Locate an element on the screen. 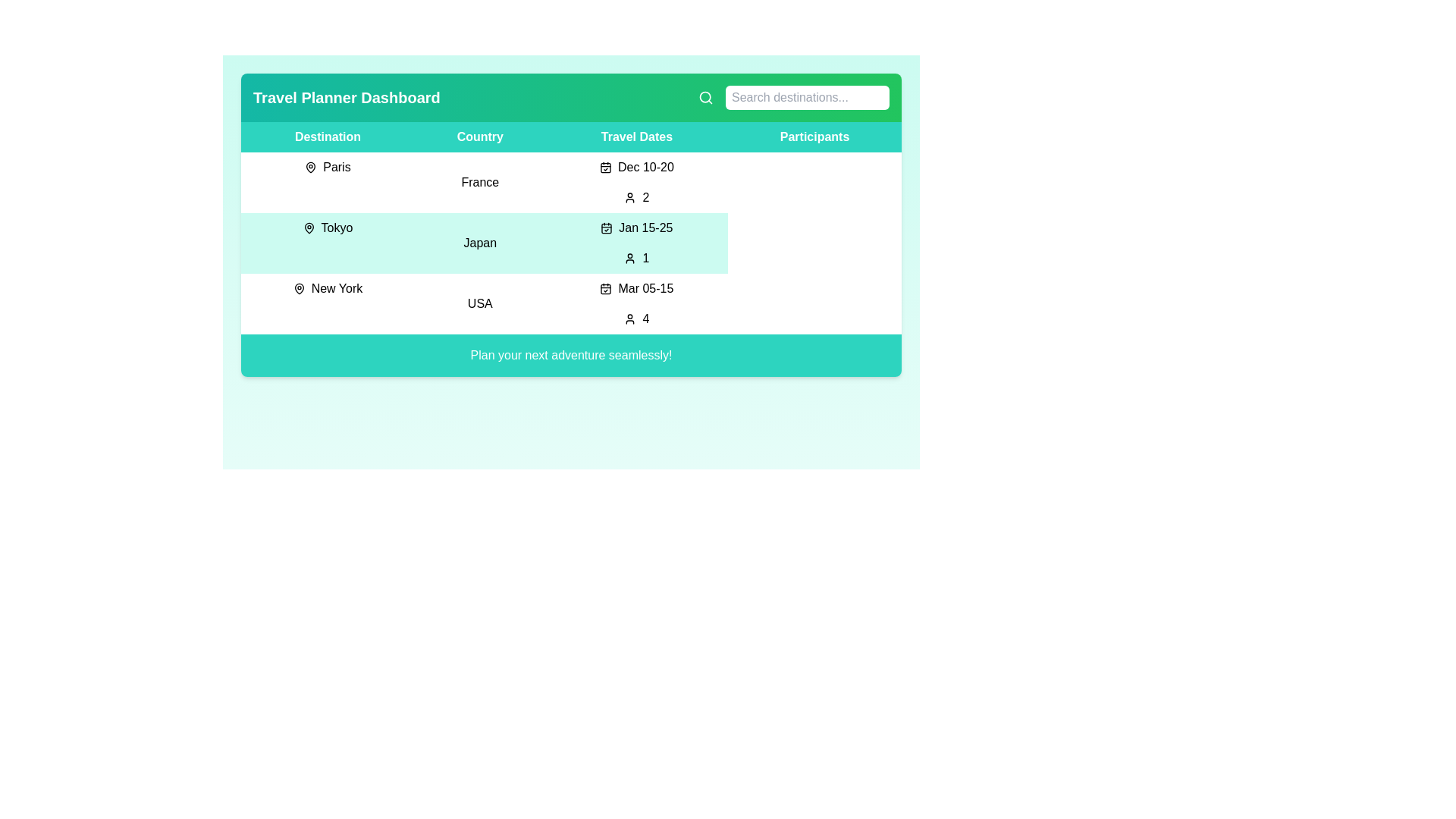  the 'Participants' text label, which is the fourth element in the header row of the table, located on the far right after the 'Travel Dates' label is located at coordinates (814, 137).